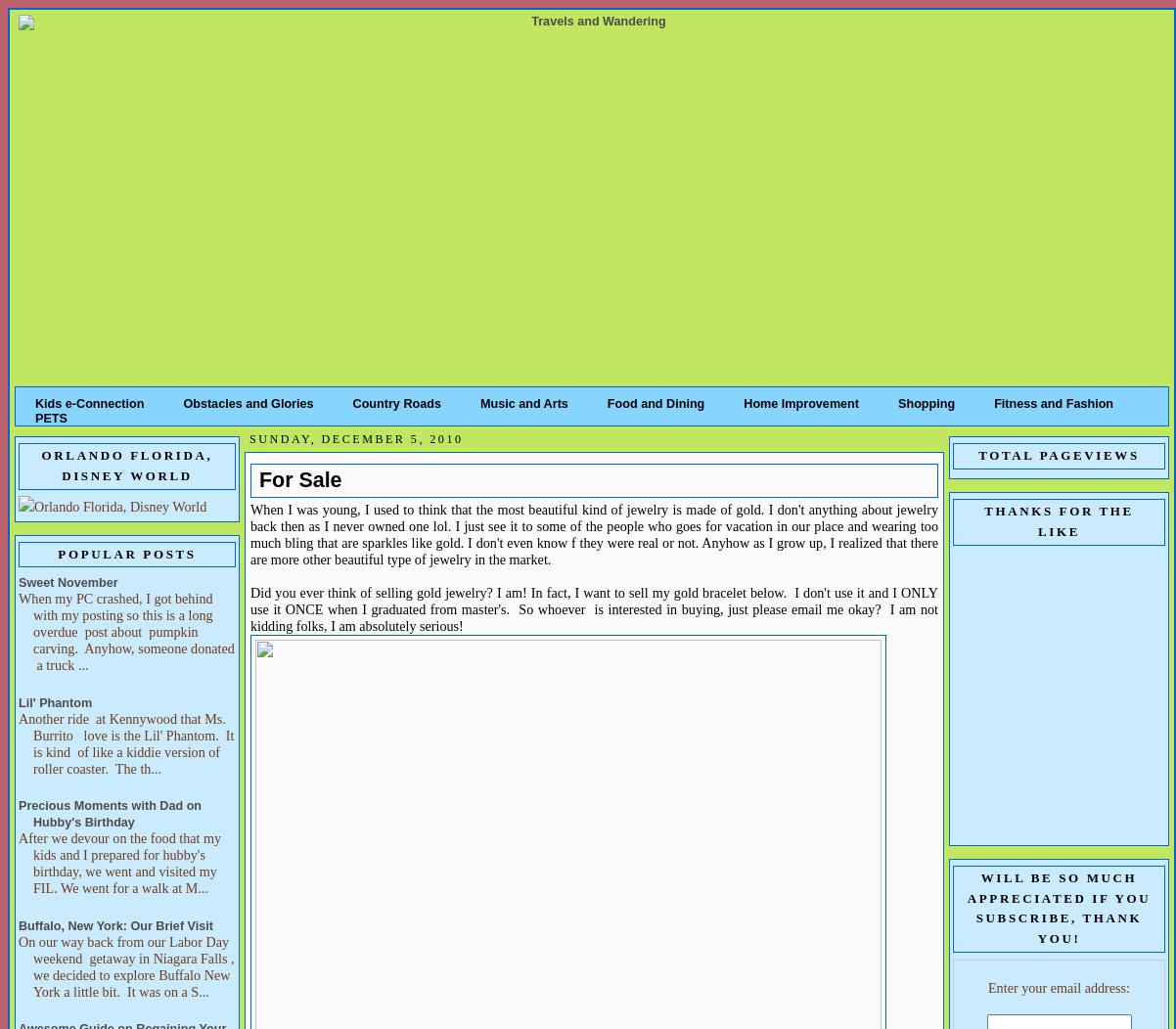  What do you see at coordinates (18, 581) in the screenshot?
I see `'Sweet November'` at bounding box center [18, 581].